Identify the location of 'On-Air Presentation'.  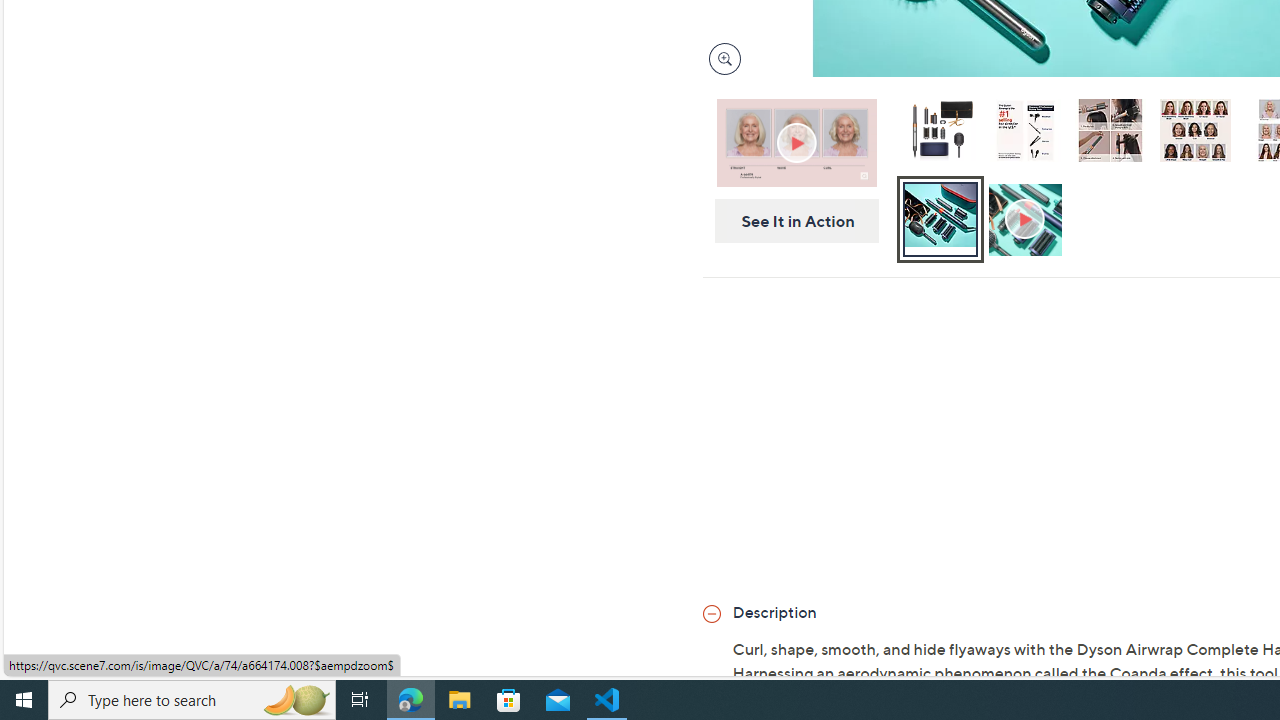
(795, 141).